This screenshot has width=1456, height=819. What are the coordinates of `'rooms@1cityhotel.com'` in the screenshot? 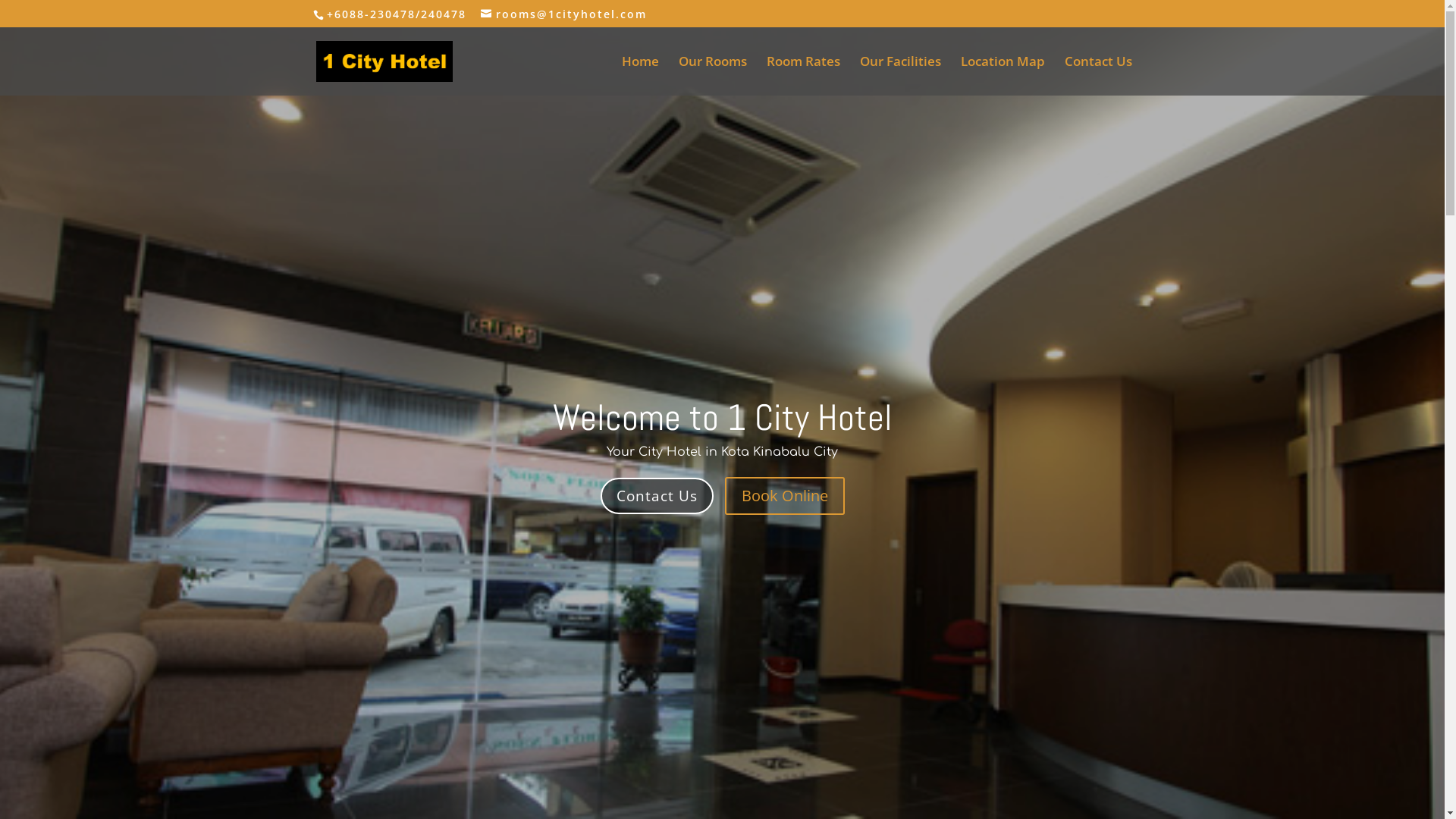 It's located at (563, 13).